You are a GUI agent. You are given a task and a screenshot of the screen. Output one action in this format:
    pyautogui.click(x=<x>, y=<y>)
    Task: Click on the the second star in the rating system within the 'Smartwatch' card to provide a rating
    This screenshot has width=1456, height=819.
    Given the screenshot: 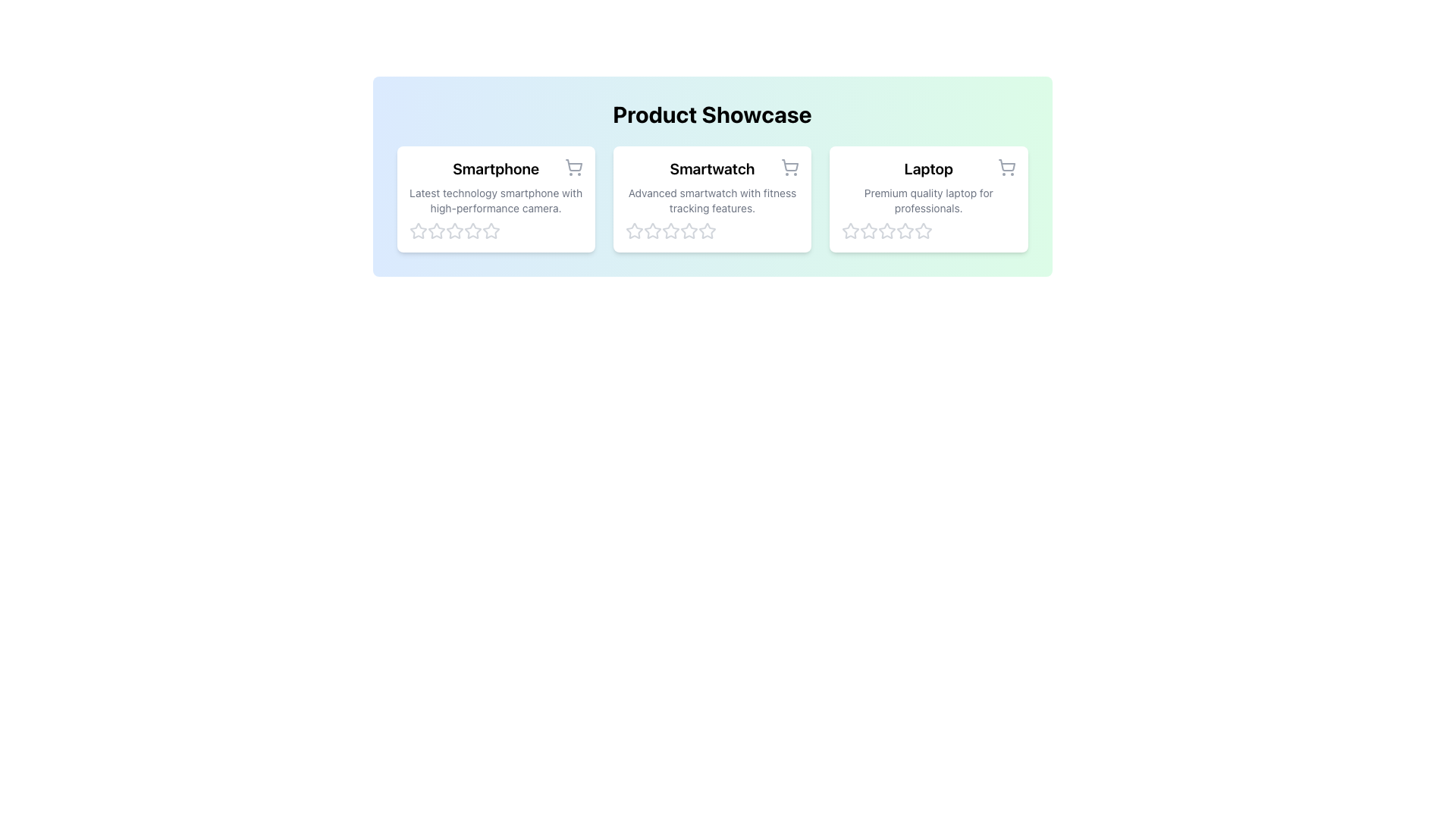 What is the action you would take?
    pyautogui.click(x=652, y=231)
    